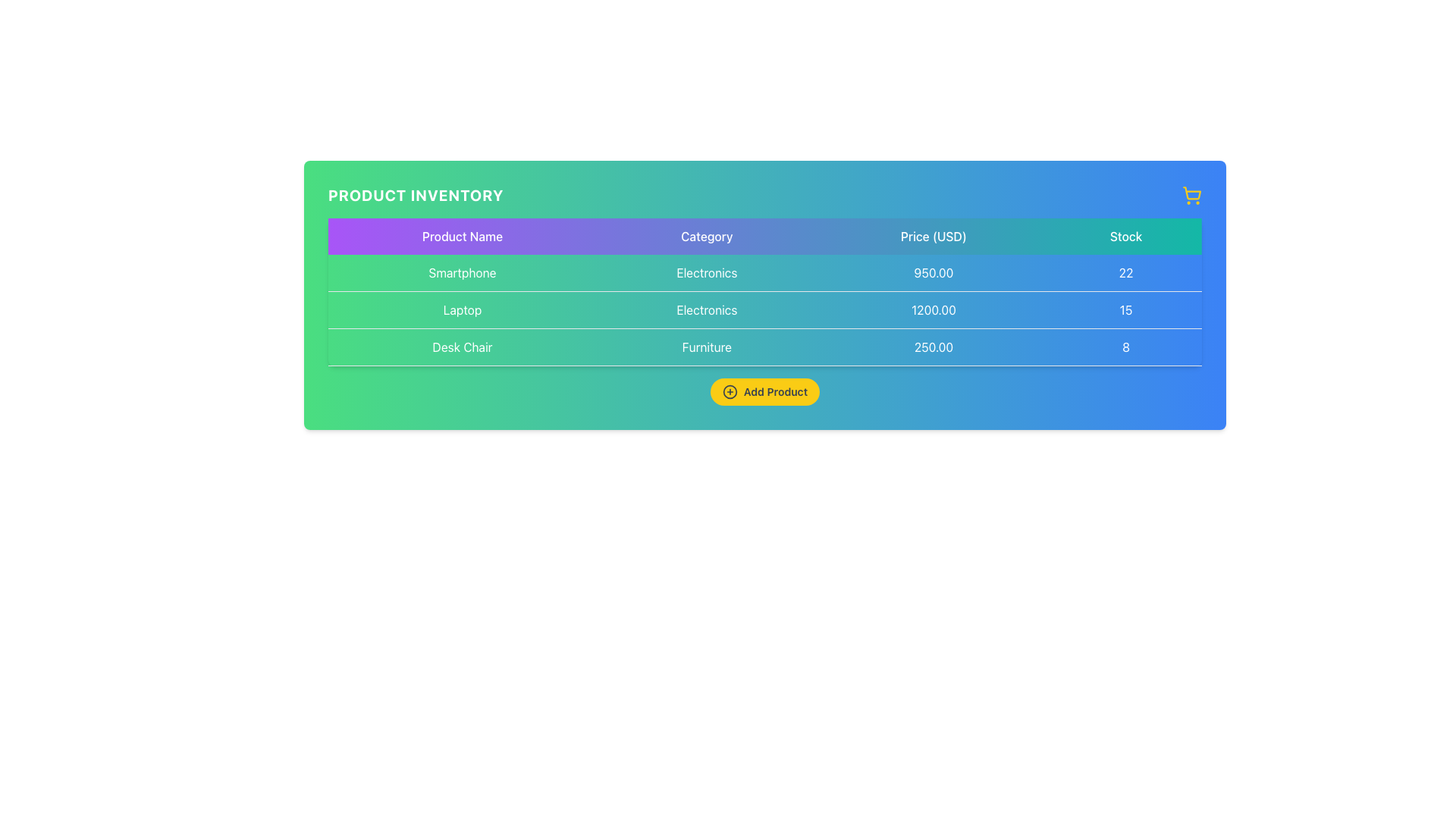 This screenshot has width=1456, height=819. Describe the element at coordinates (706, 347) in the screenshot. I see `the static text label in the second cell of the 'Category' column that indicates the classification of the product 'Desk Chair'` at that location.